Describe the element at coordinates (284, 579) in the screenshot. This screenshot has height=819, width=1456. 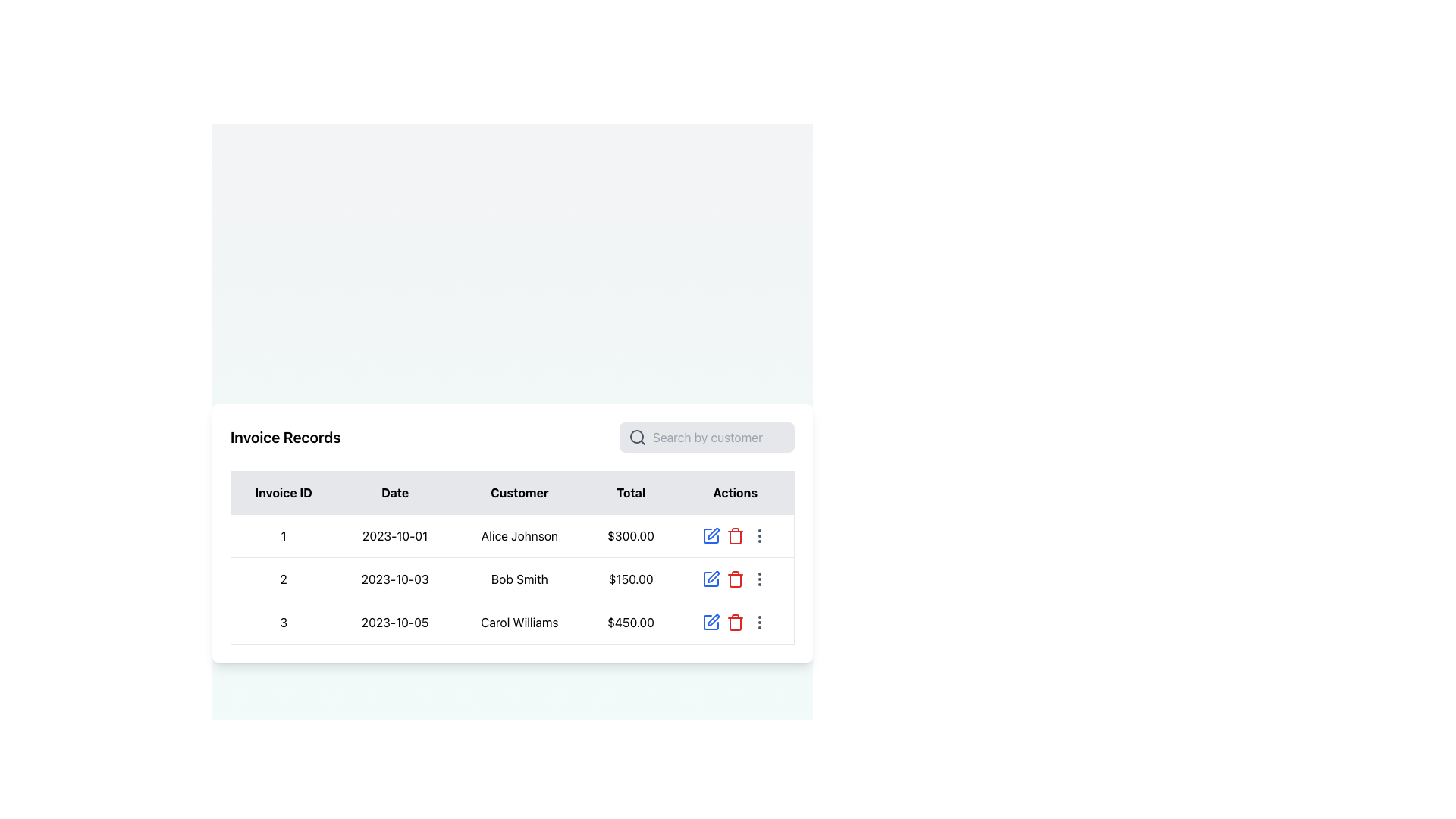
I see `the Text label displaying the invoice identifier for 'Bob Smith' located in the second row of the table under the 'Invoice ID' column, to the left of the date '2023-10-03'` at that location.